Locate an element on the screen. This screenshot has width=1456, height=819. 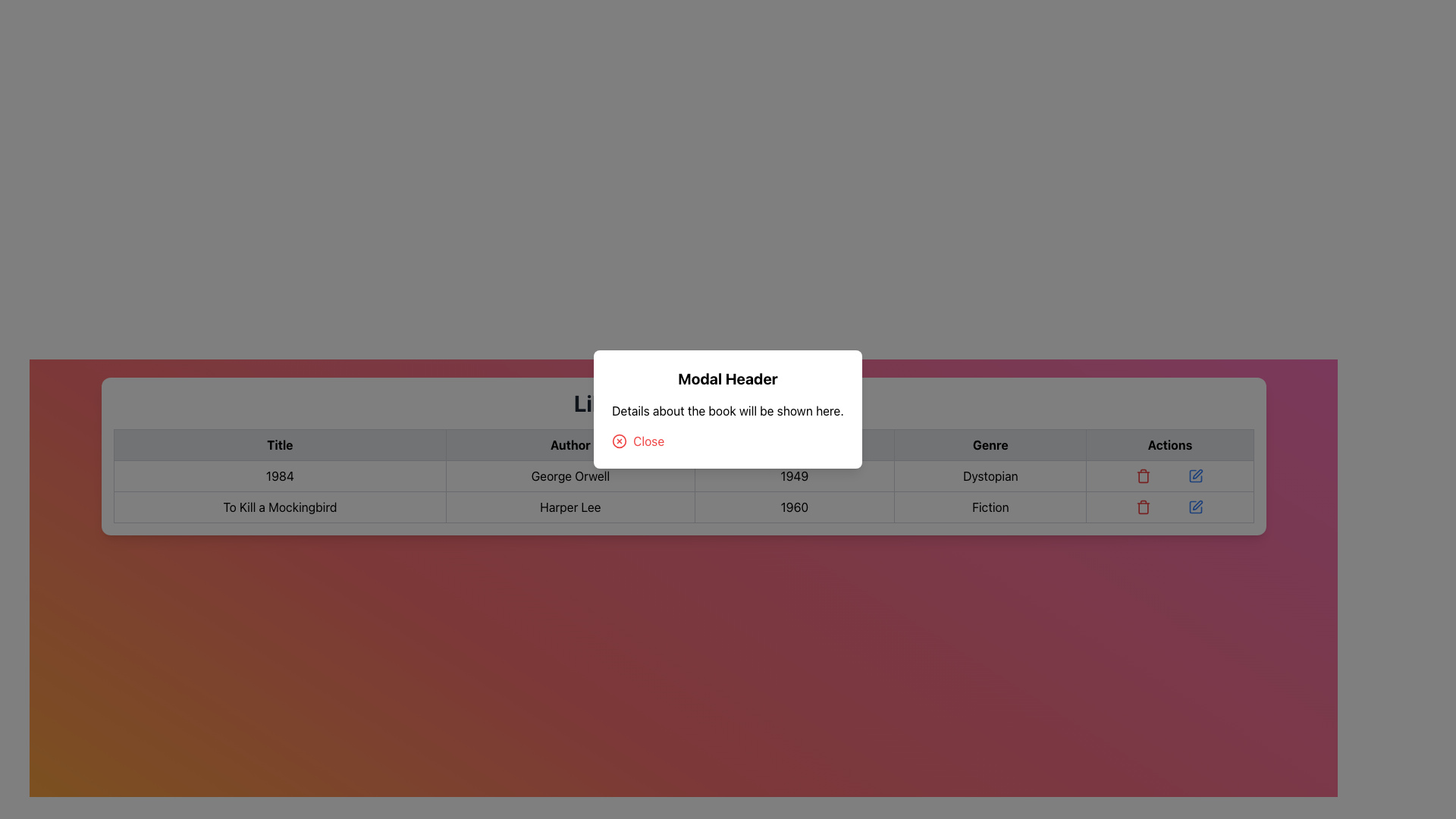
the Table Header Cell located at the rightmost position of the header row in the table, following the 'Genre' header is located at coordinates (1169, 444).